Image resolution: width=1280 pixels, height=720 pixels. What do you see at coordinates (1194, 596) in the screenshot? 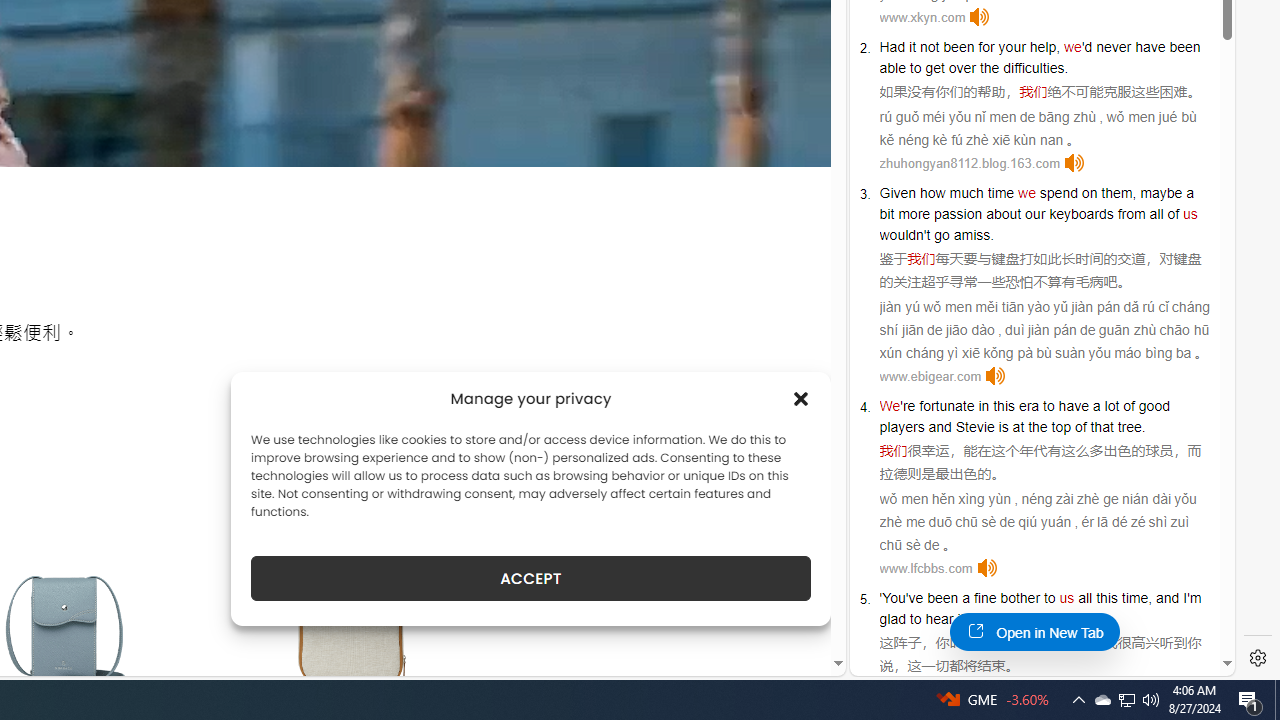
I see `''m'` at bounding box center [1194, 596].